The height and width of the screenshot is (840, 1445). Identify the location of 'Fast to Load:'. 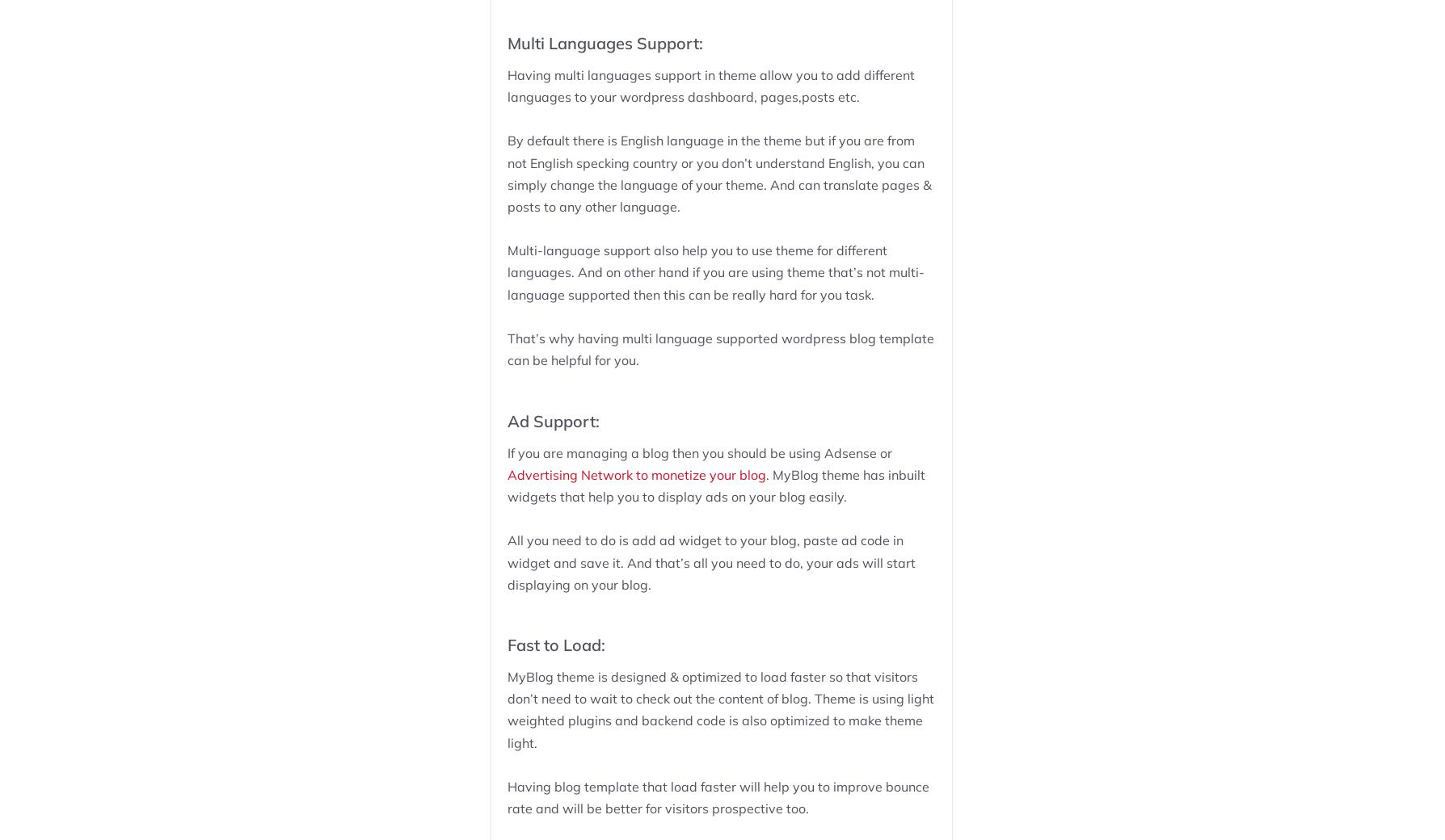
(554, 644).